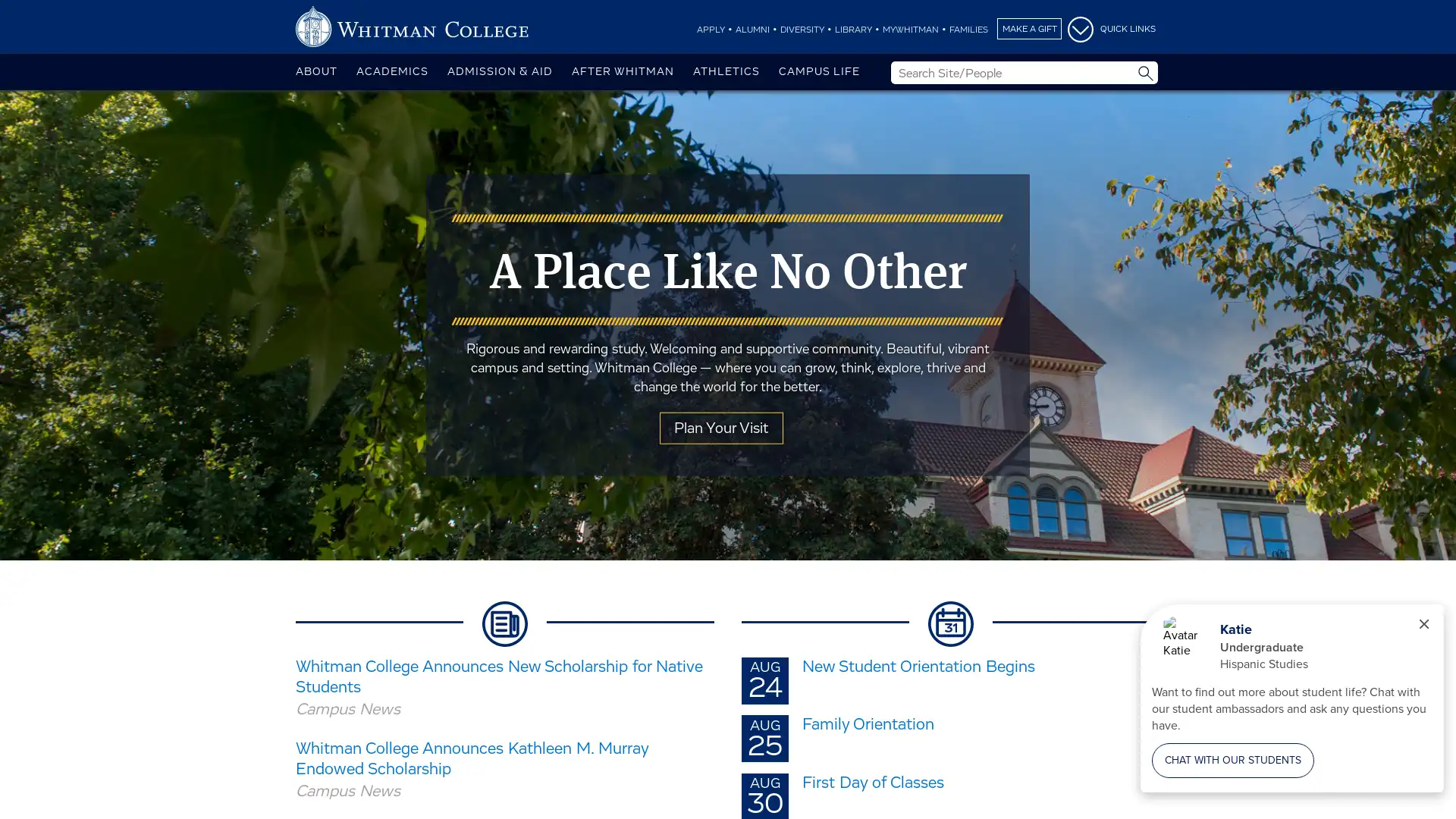 Image resolution: width=1456 pixels, height=819 pixels. What do you see at coordinates (1153, 72) in the screenshot?
I see `Site` at bounding box center [1153, 72].